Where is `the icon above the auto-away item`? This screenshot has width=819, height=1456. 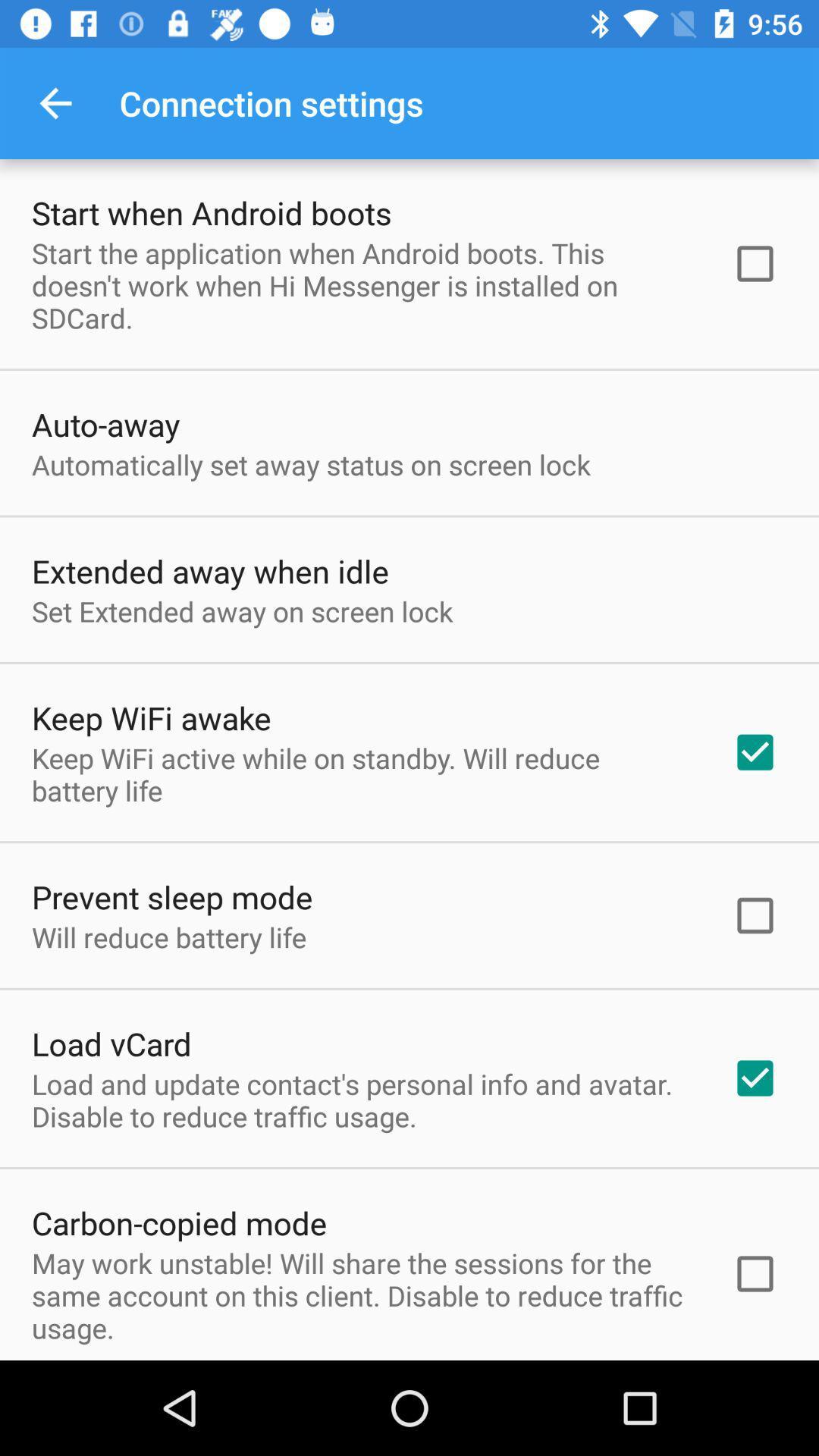 the icon above the auto-away item is located at coordinates (362, 285).